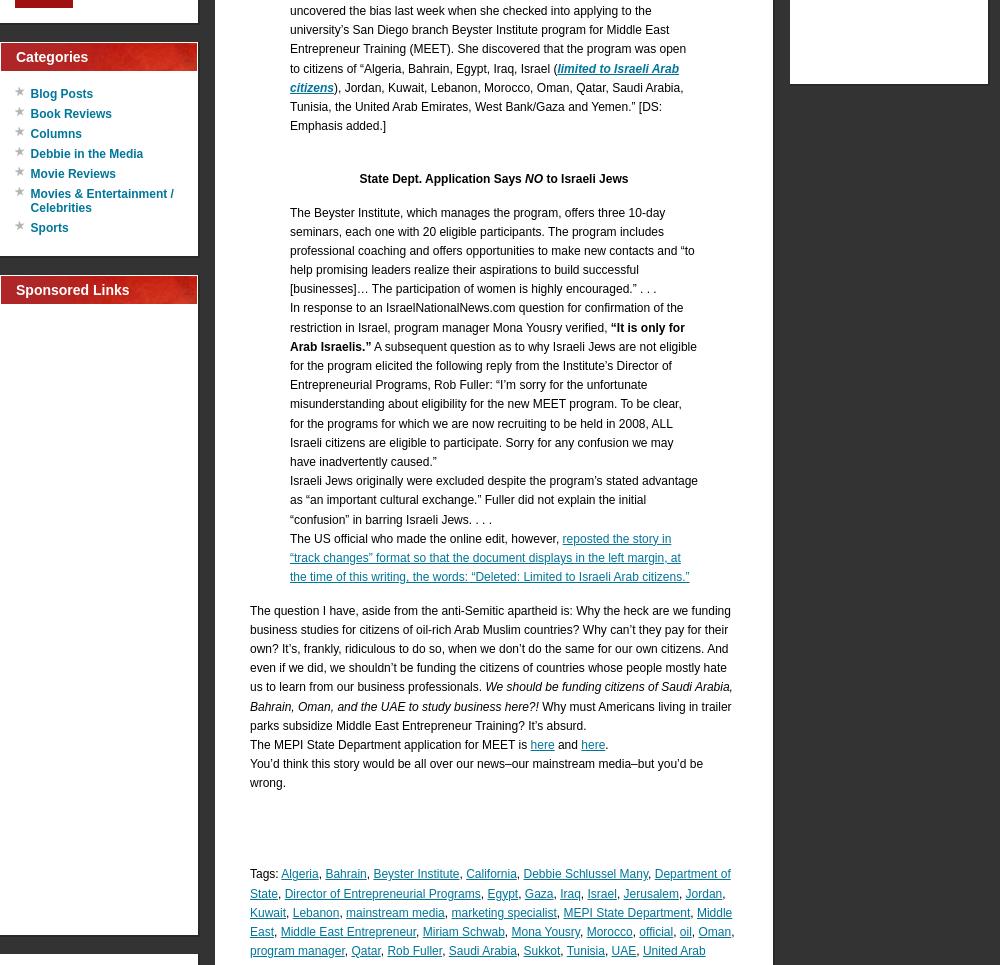  What do you see at coordinates (656, 931) in the screenshot?
I see `'official'` at bounding box center [656, 931].